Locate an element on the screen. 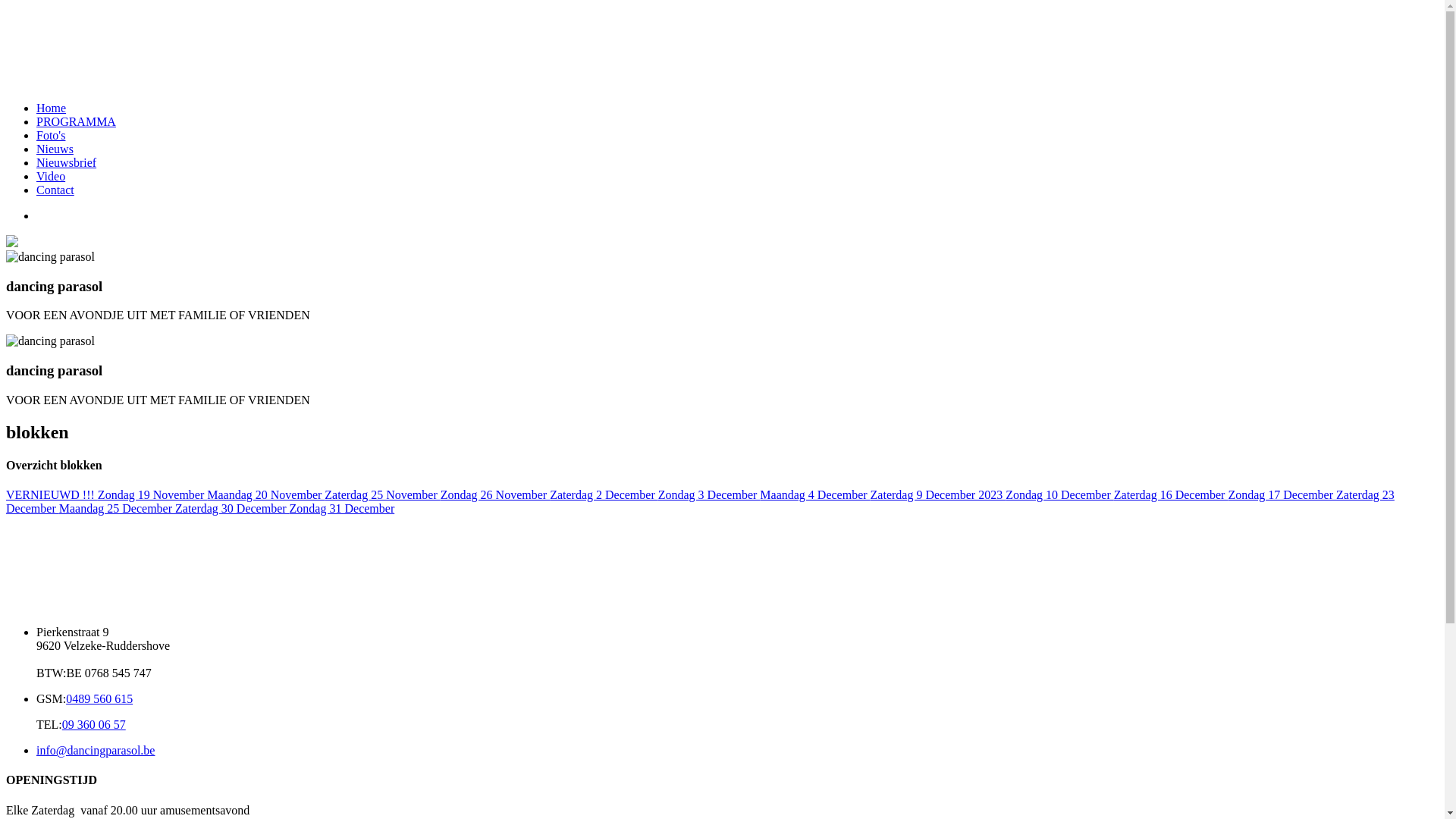  'Zaterdag 23 December' is located at coordinates (699, 501).